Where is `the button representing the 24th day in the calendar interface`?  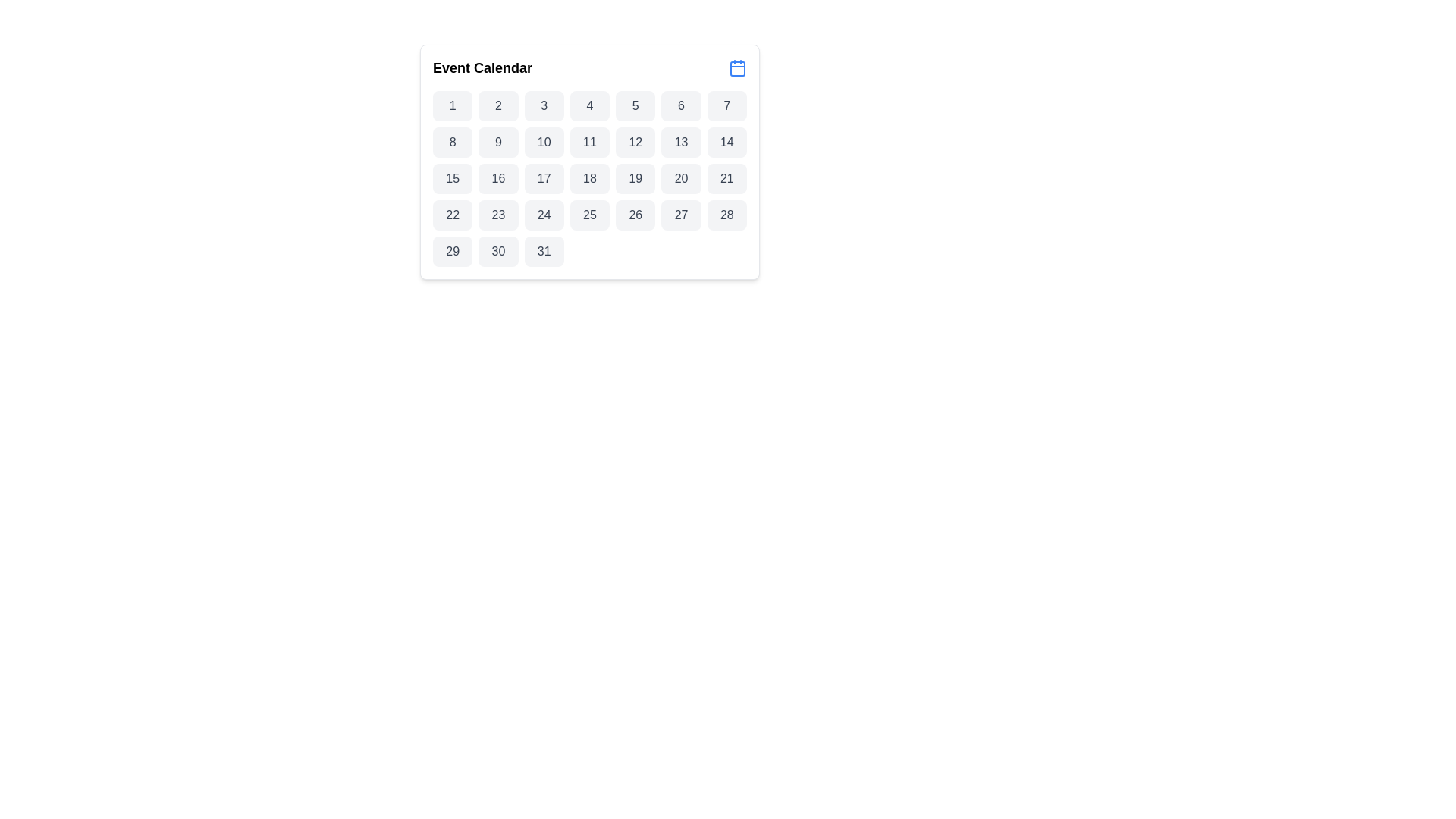 the button representing the 24th day in the calendar interface is located at coordinates (544, 215).